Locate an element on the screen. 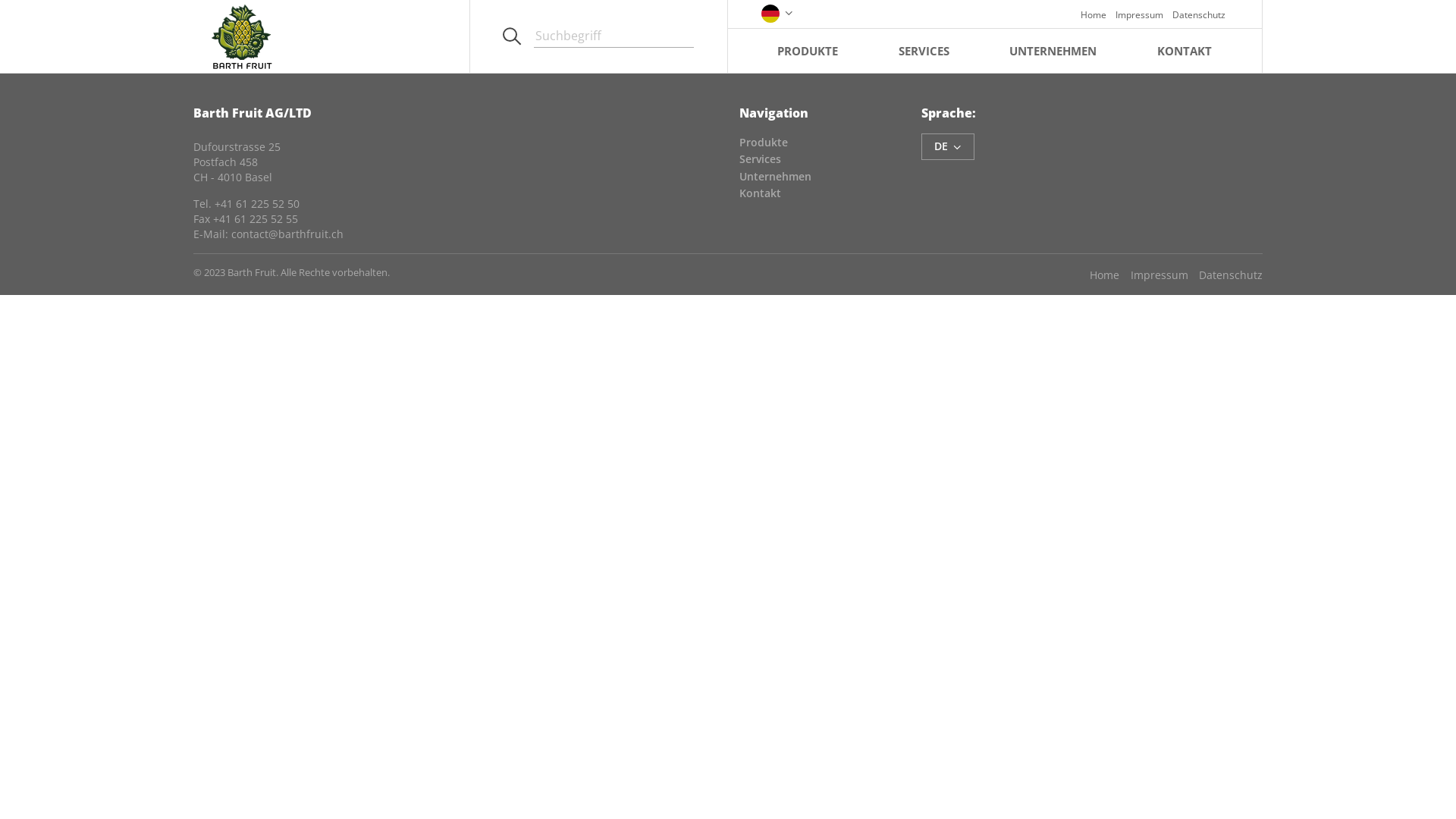 Image resolution: width=1456 pixels, height=819 pixels. 'Services' is located at coordinates (739, 158).